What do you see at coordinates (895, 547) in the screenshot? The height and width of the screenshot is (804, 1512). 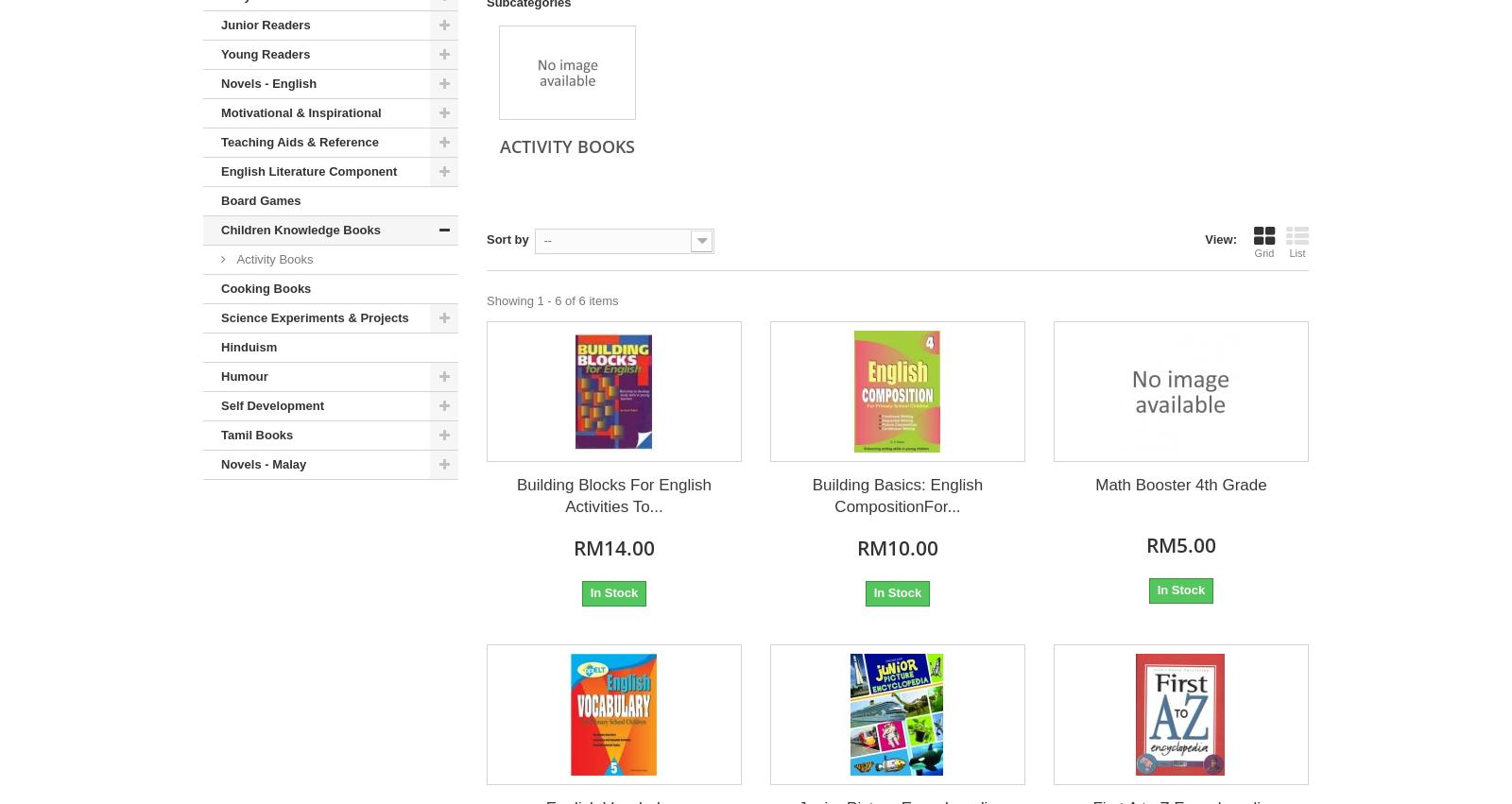 I see `'RM10.00'` at bounding box center [895, 547].